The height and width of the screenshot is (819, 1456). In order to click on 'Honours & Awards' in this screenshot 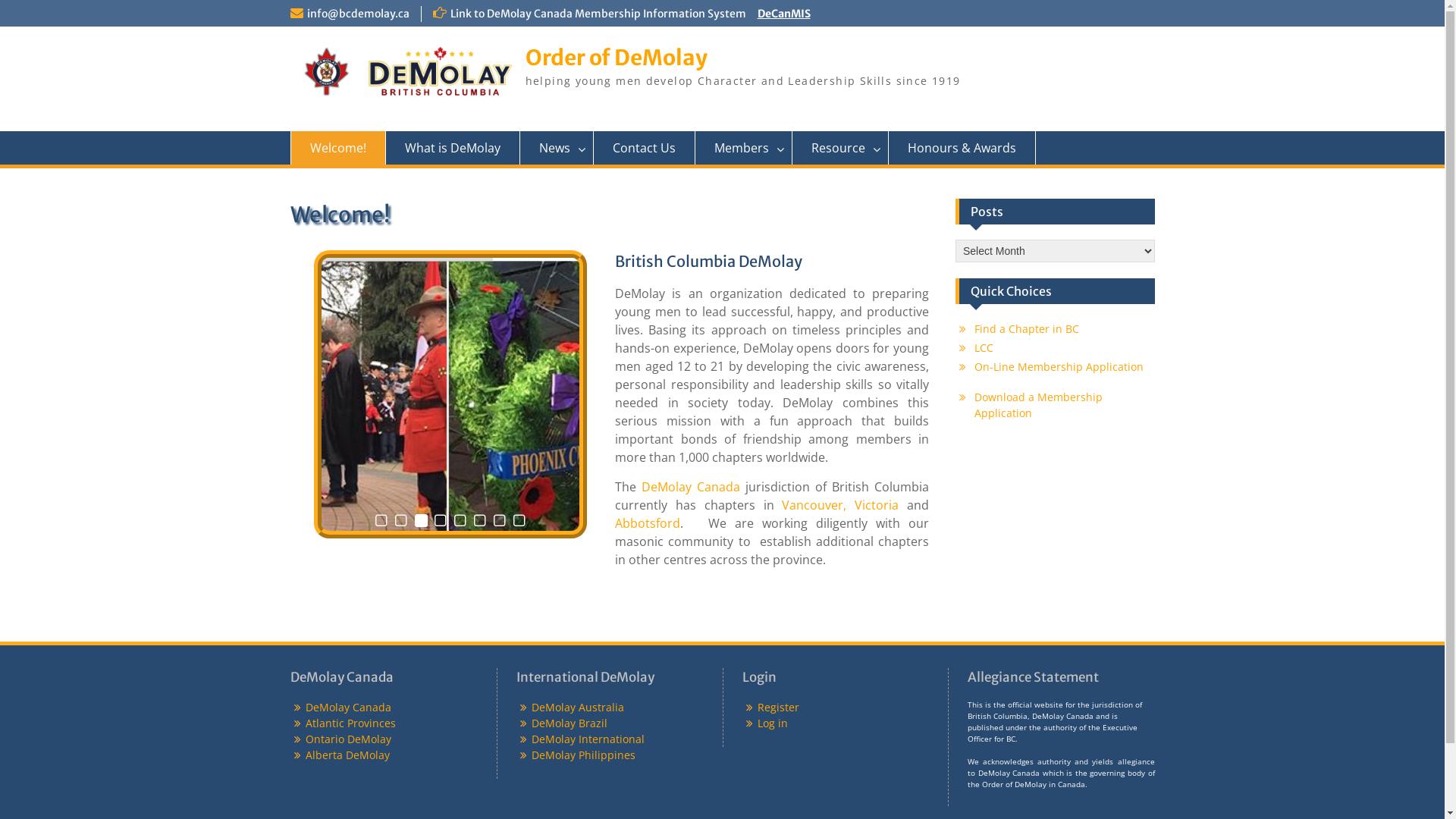, I will do `click(961, 148)`.